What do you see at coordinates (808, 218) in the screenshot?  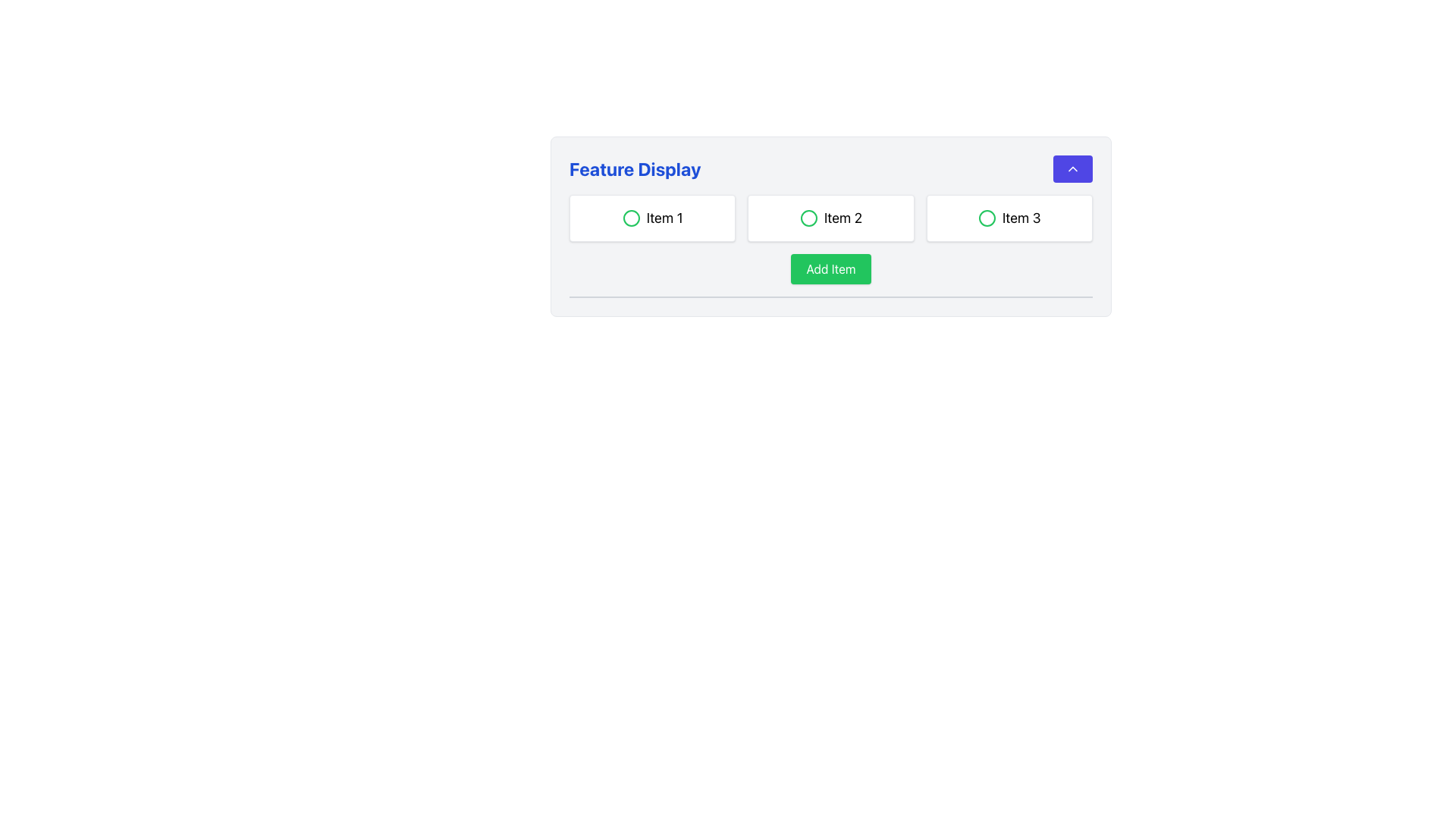 I see `the second circular radio button with a green outline` at bounding box center [808, 218].